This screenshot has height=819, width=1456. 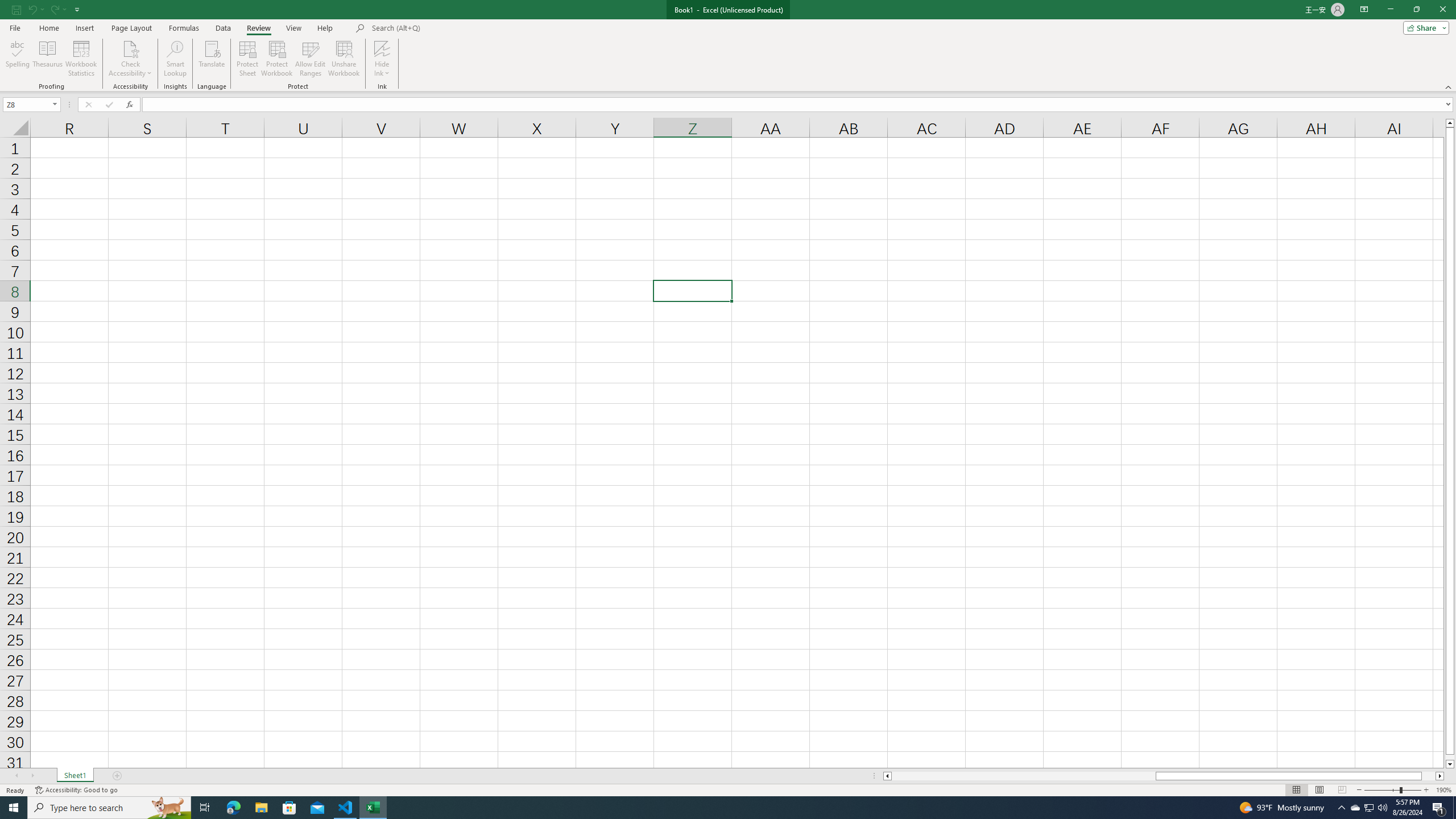 I want to click on 'Save', so click(x=16, y=9).